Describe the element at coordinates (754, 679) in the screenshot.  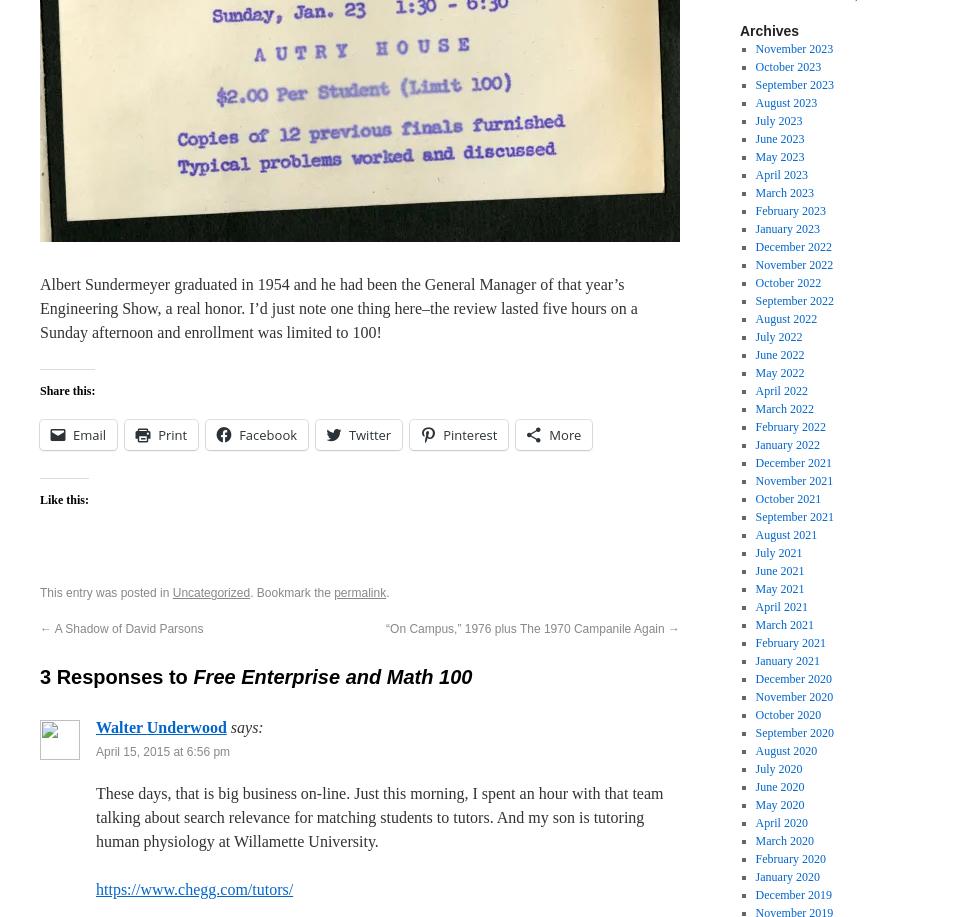
I see `'December 2020'` at that location.